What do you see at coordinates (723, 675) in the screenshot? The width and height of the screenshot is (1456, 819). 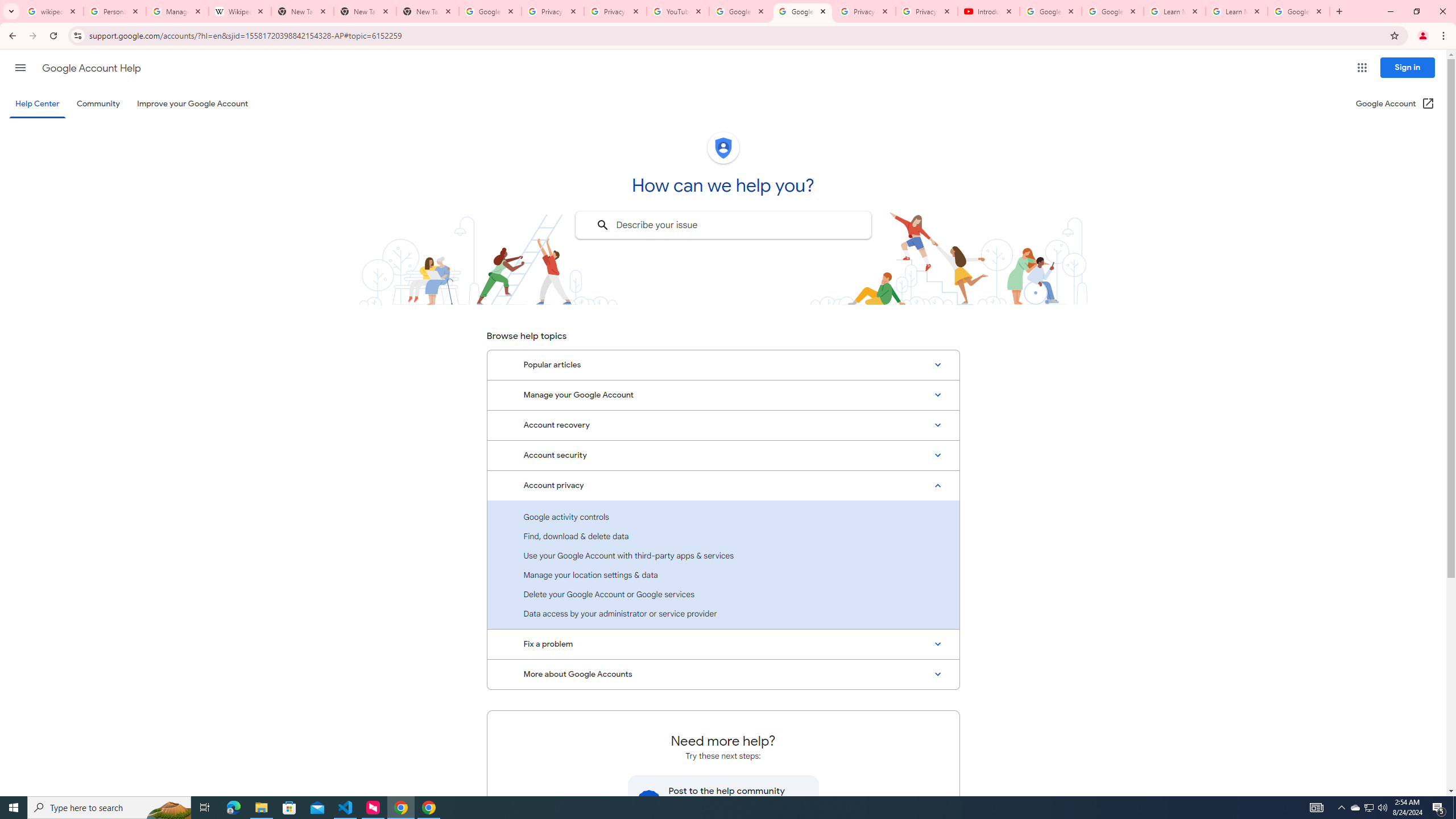 I see `'More about Google Accounts'` at bounding box center [723, 675].